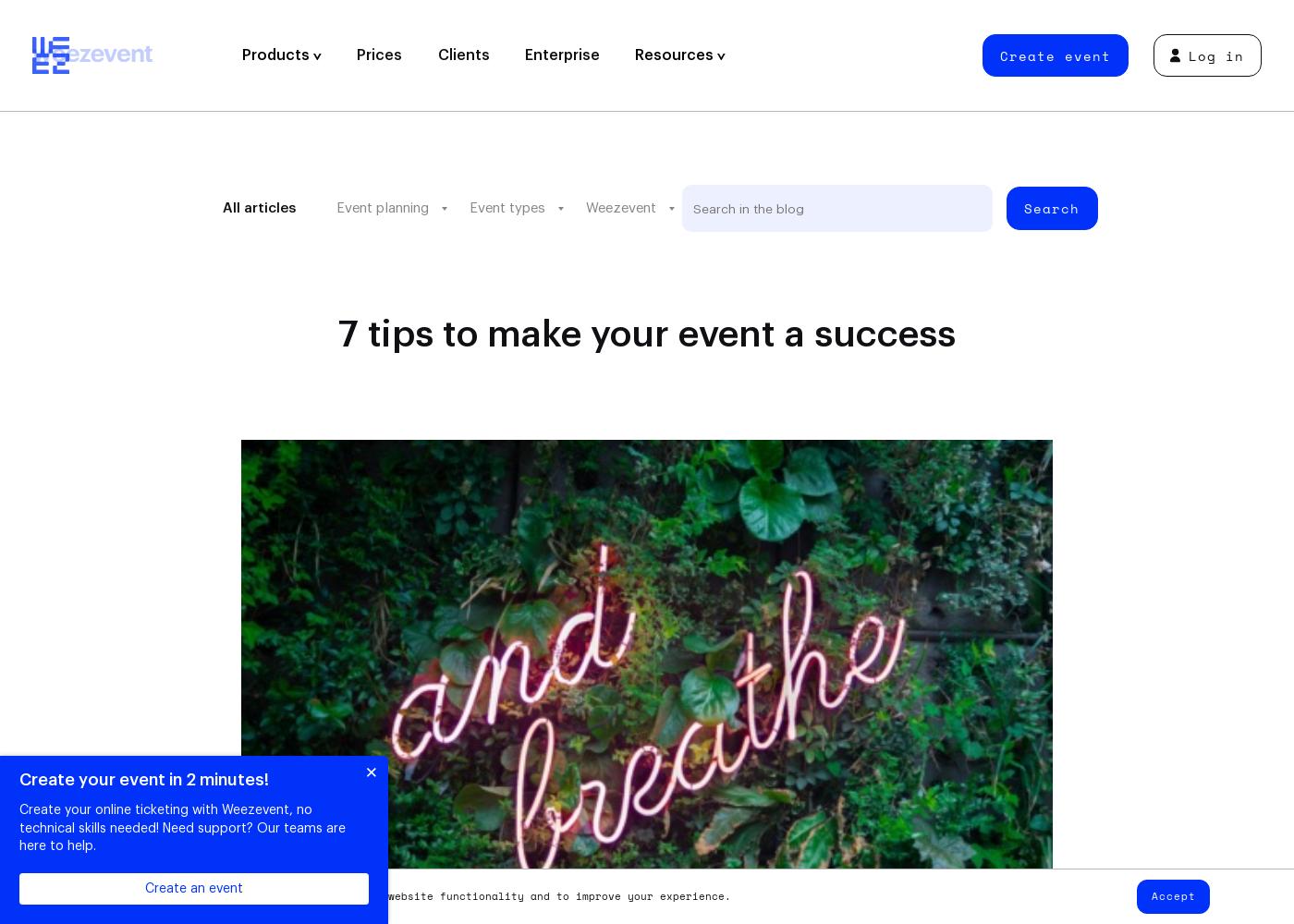 The width and height of the screenshot is (1294, 924). What do you see at coordinates (348, 326) in the screenshot?
I see `'Marketing & Communication'` at bounding box center [348, 326].